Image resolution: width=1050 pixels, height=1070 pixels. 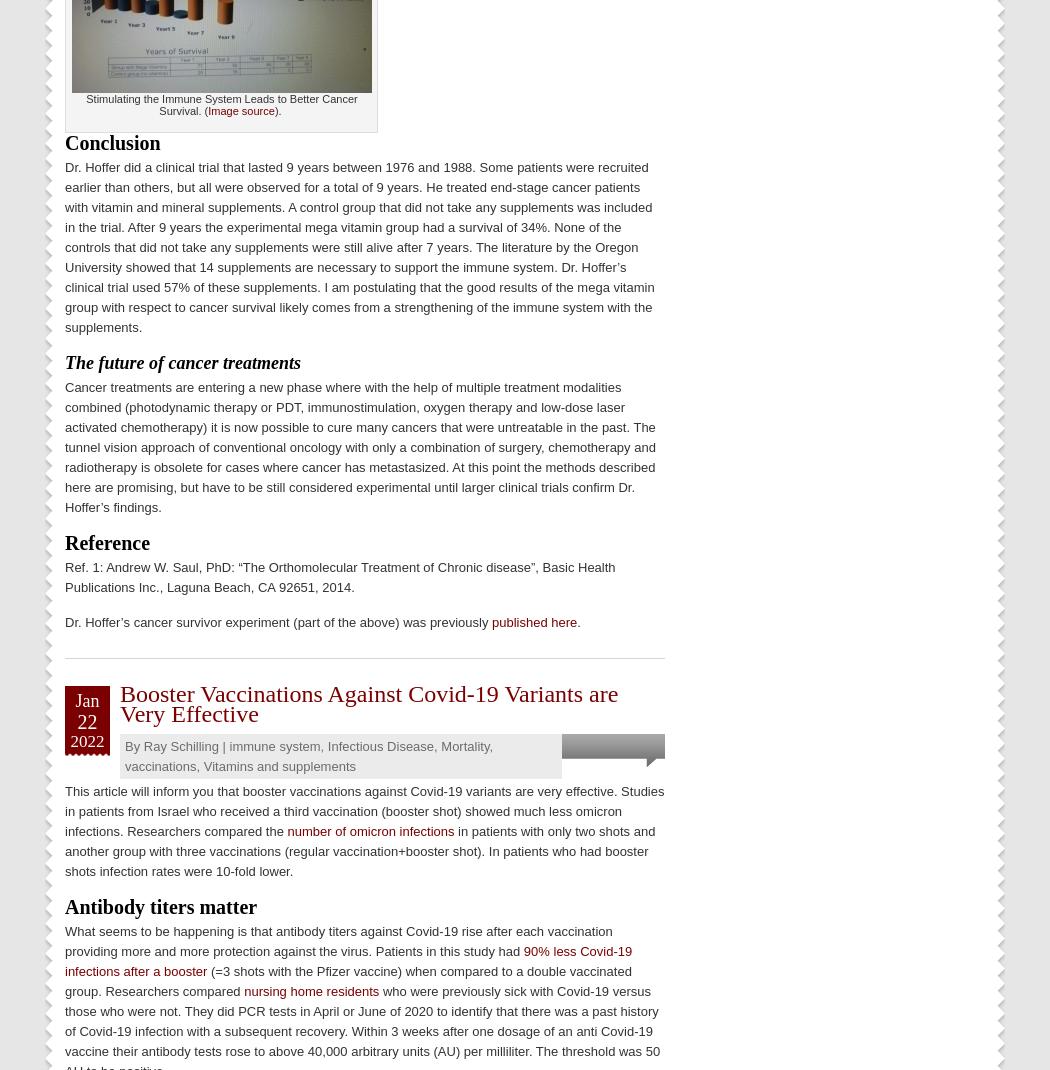 What do you see at coordinates (577, 620) in the screenshot?
I see `'.'` at bounding box center [577, 620].